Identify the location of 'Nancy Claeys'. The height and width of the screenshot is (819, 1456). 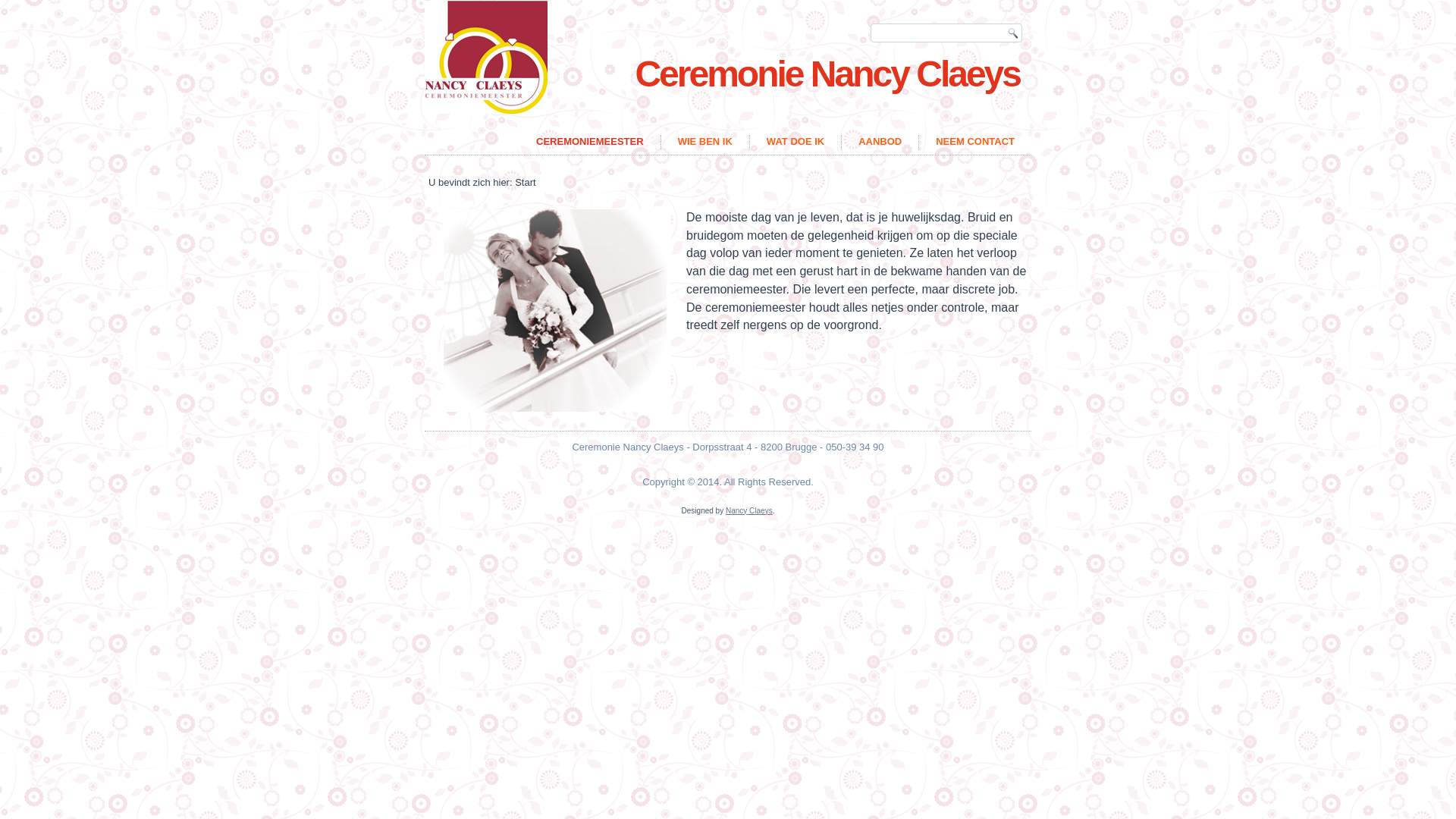
(749, 510).